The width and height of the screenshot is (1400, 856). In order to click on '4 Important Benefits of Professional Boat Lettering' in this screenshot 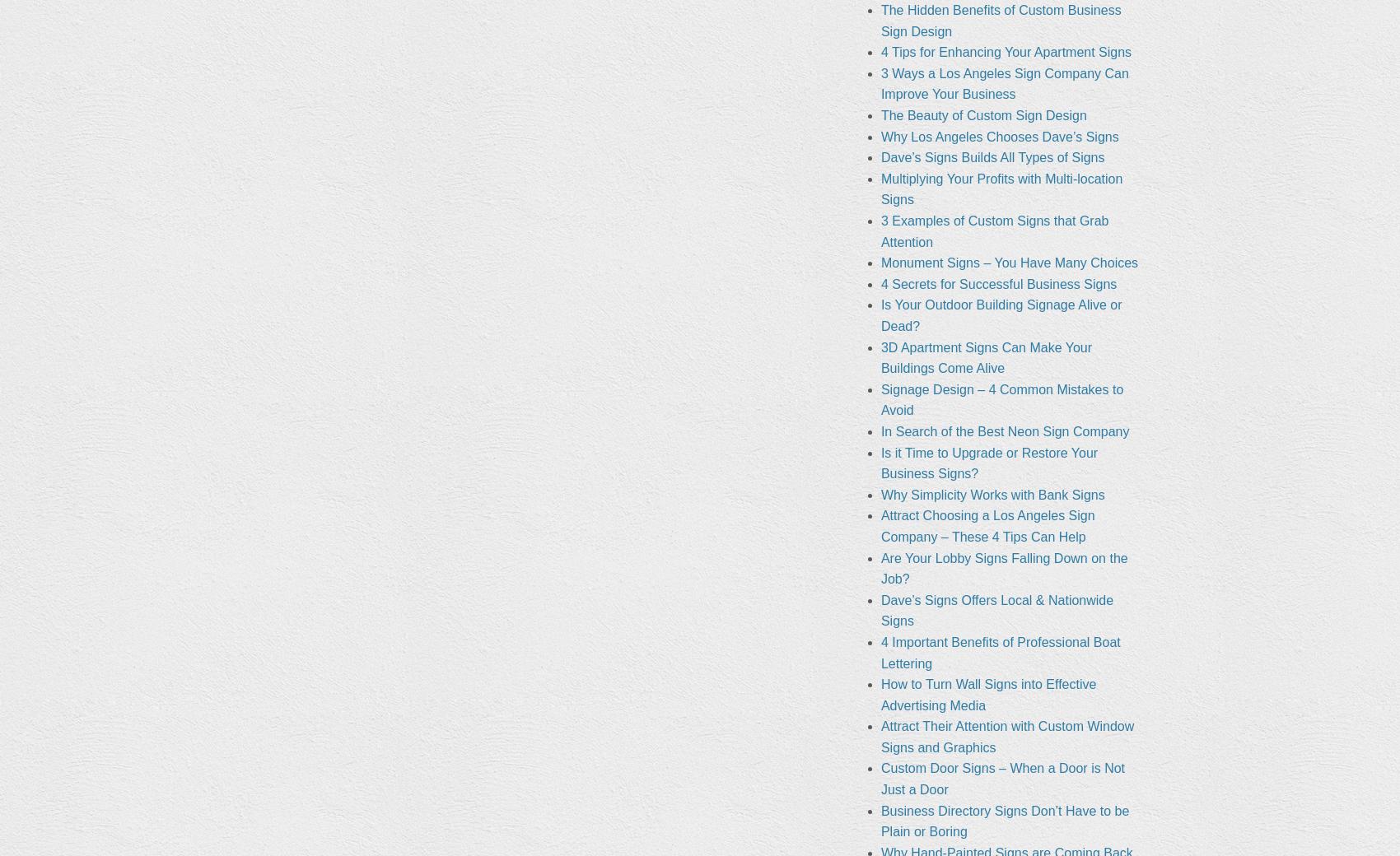, I will do `click(999, 651)`.